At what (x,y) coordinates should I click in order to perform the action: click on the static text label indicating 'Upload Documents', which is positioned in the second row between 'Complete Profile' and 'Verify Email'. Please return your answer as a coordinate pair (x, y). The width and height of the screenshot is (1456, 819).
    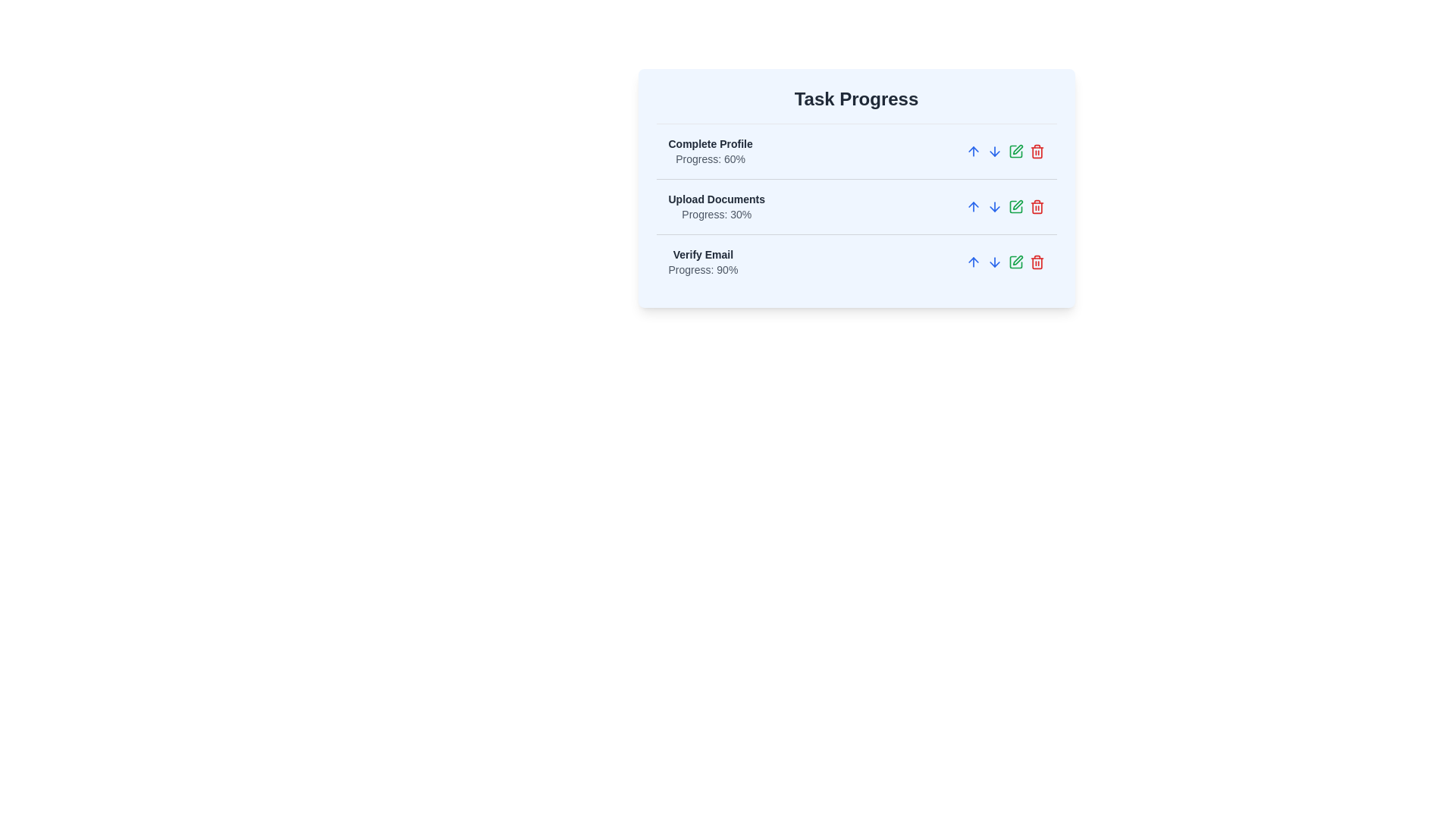
    Looking at the image, I should click on (716, 198).